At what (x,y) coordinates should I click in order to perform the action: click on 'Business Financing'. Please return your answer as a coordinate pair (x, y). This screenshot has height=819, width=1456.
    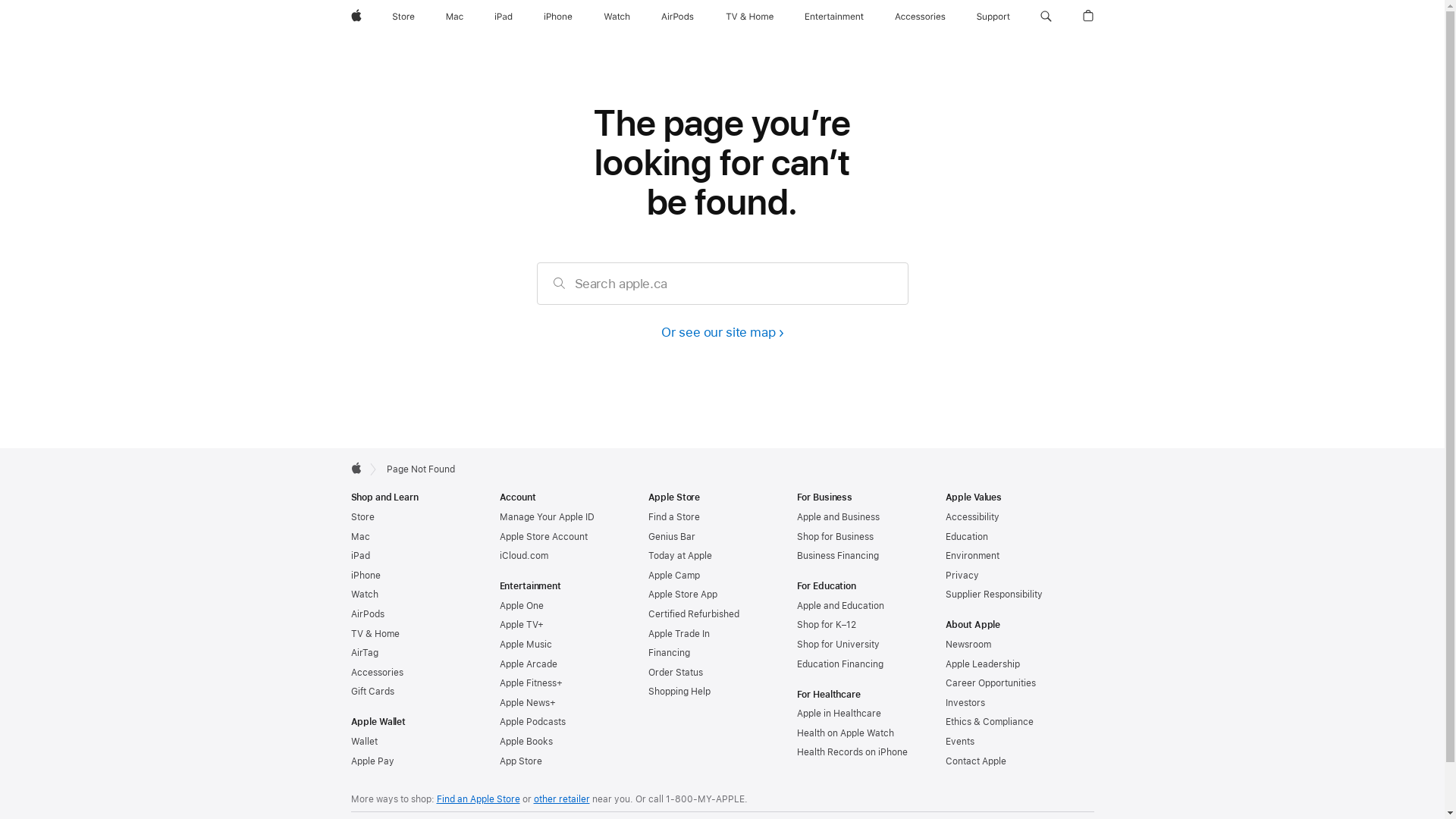
    Looking at the image, I should click on (795, 555).